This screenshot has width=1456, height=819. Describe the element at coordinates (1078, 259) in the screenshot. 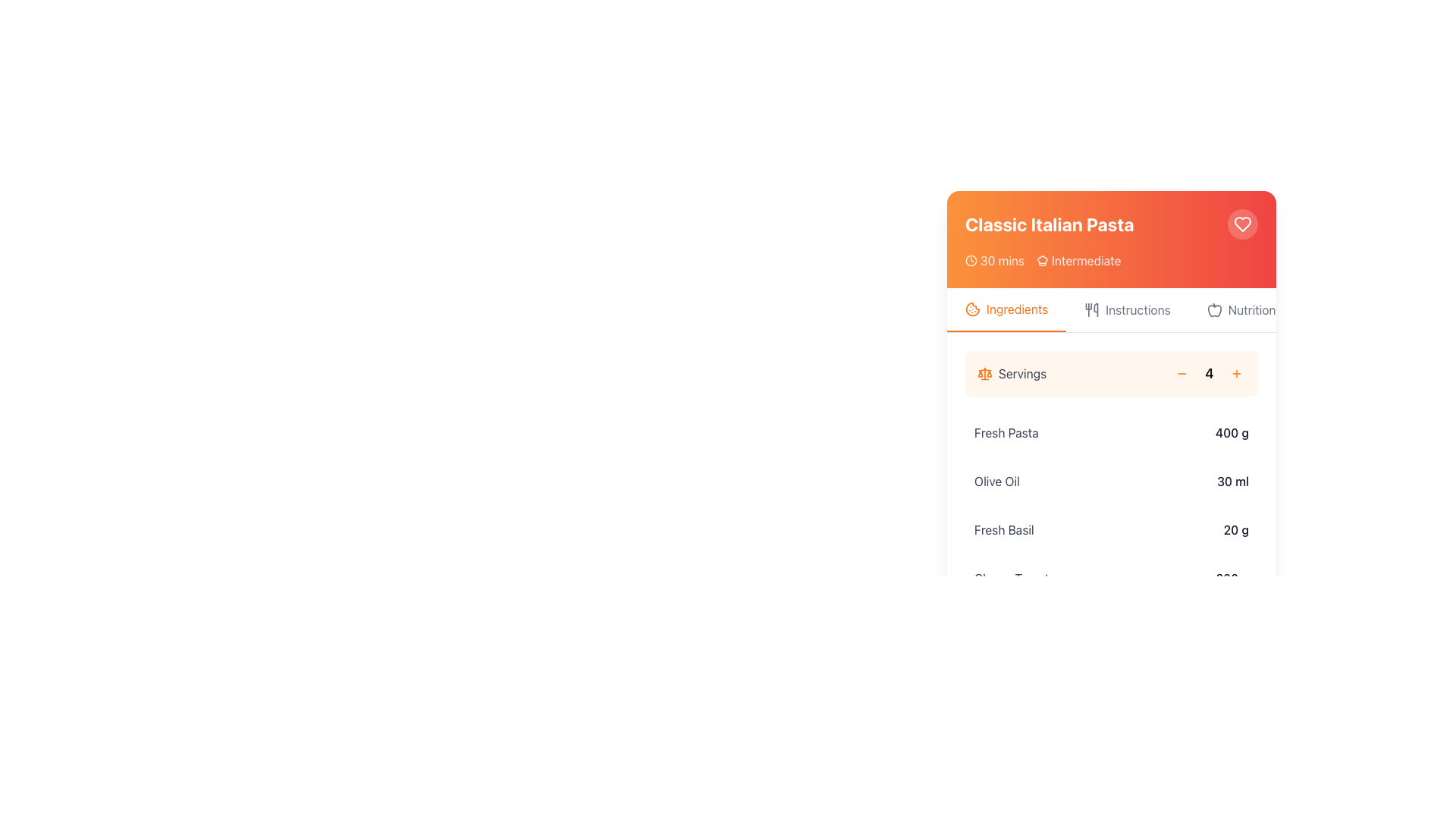

I see `text label 'Intermediate' which is accompanied by a chef's hat icon, located in the top portion of the interface, to the right of the '30 mins' element` at that location.